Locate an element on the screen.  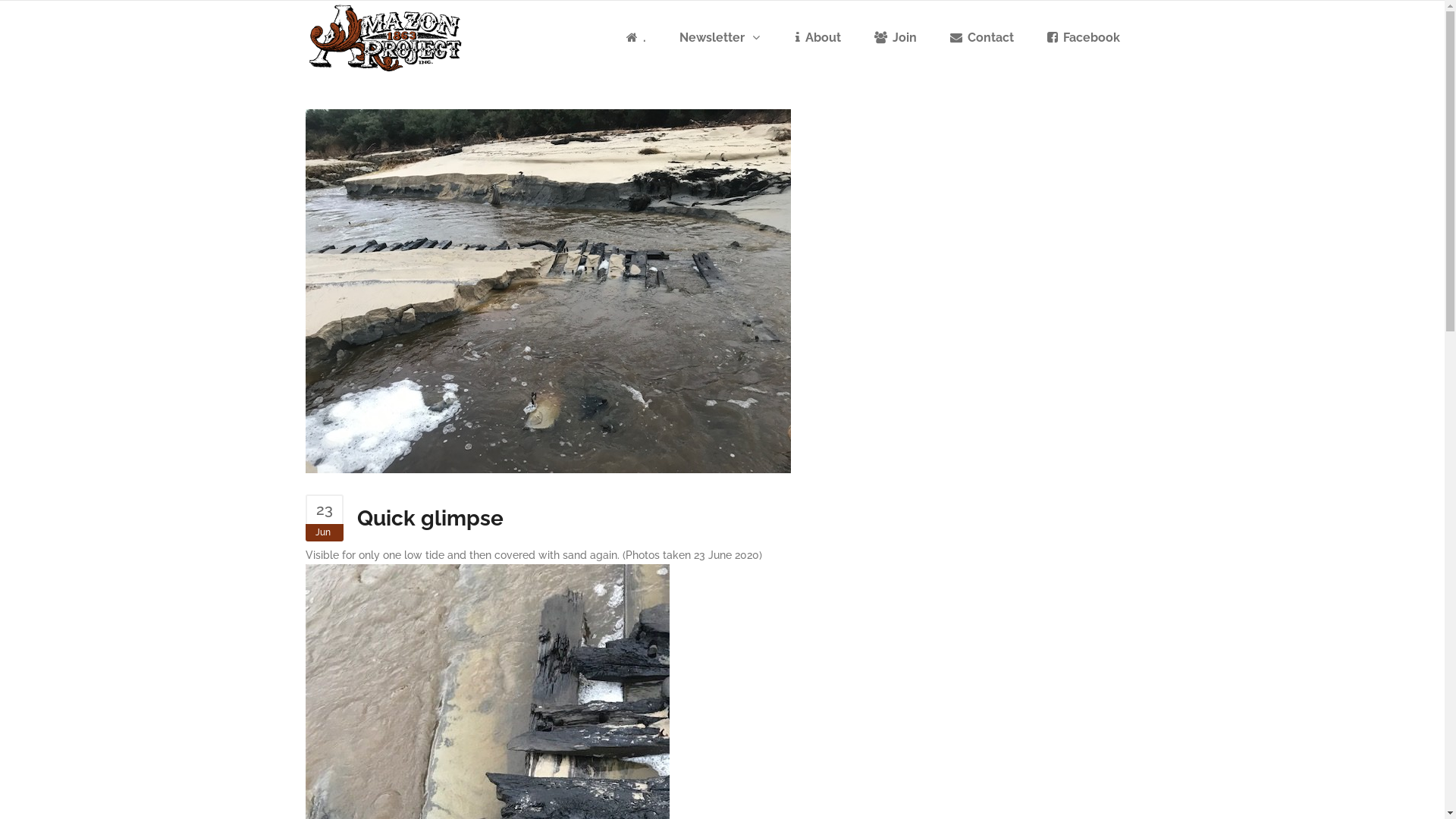
'Join' is located at coordinates (895, 37).